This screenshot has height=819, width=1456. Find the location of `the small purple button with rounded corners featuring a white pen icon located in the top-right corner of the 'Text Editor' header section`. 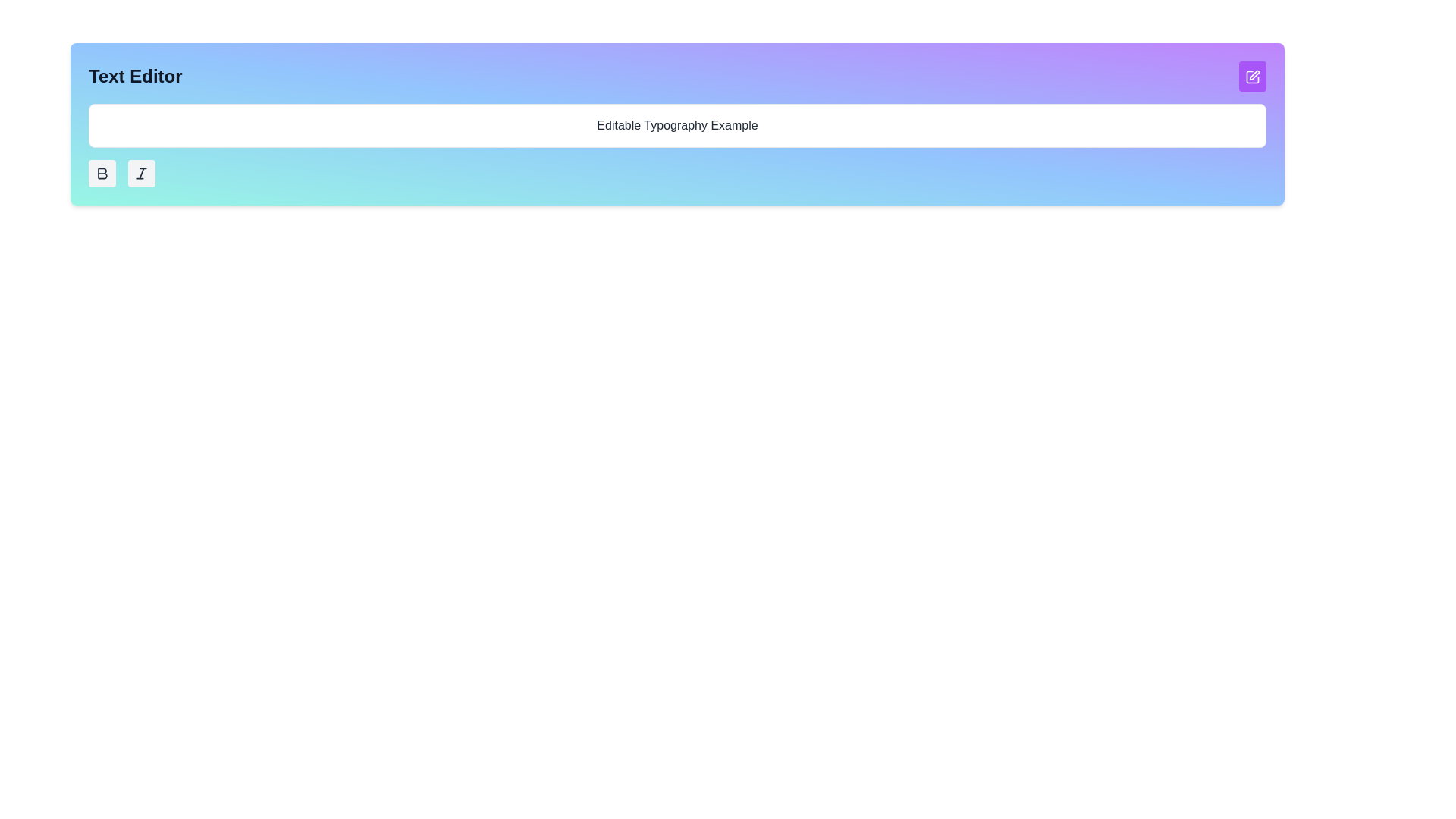

the small purple button with rounded corners featuring a white pen icon located in the top-right corner of the 'Text Editor' header section is located at coordinates (1252, 76).